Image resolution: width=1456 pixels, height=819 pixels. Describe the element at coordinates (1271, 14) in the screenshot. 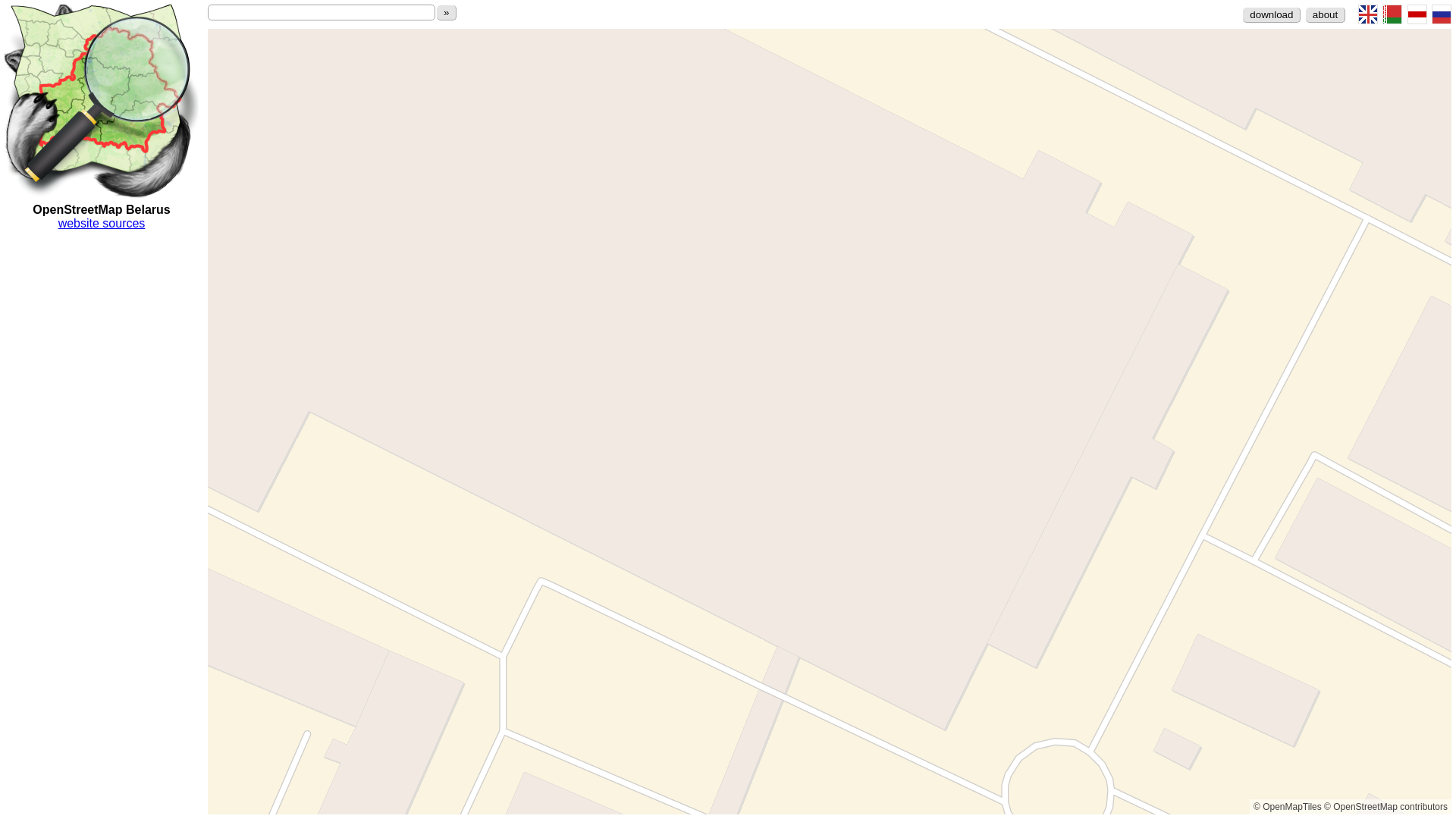

I see `'download'` at that location.